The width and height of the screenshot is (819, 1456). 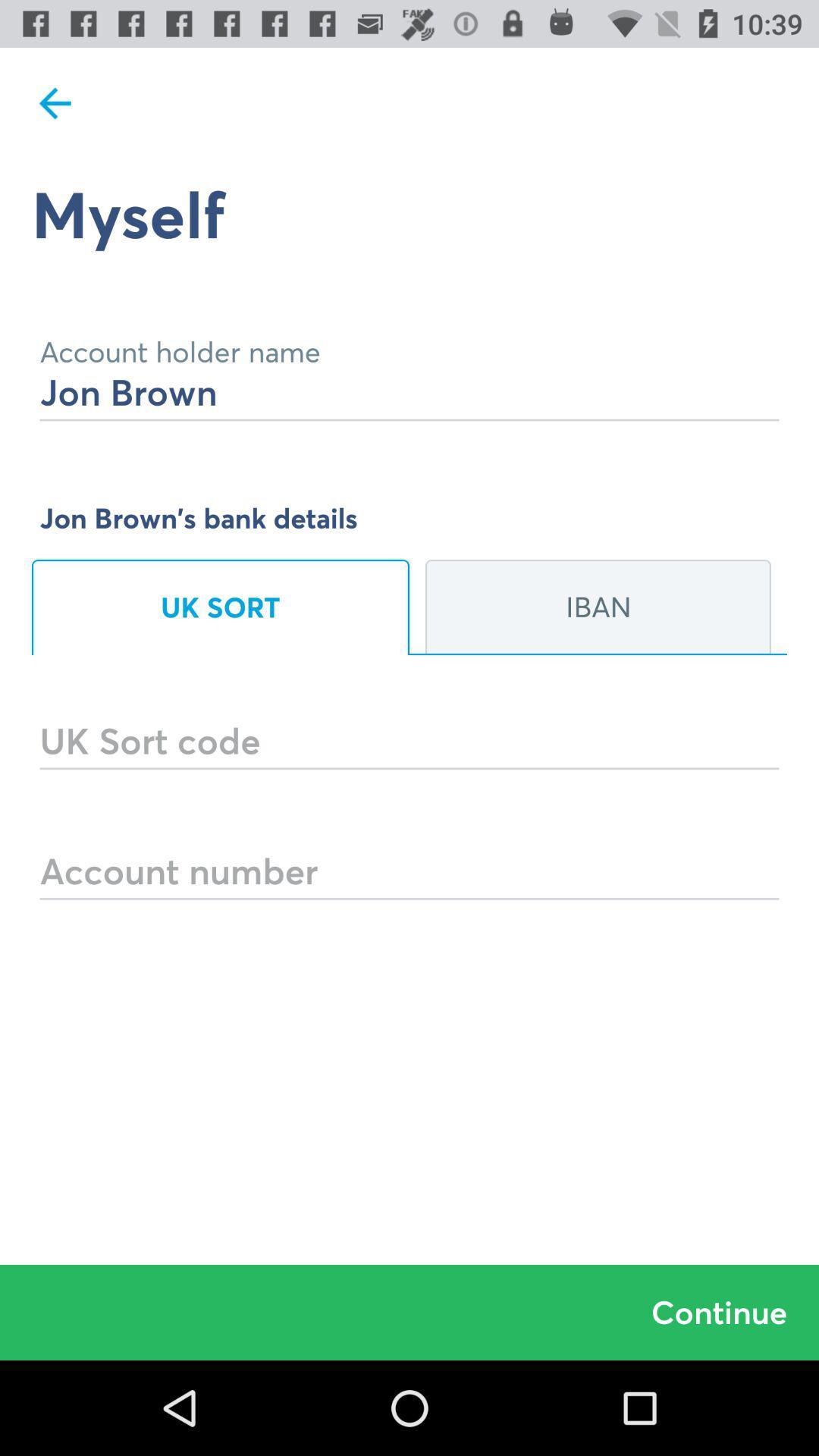 I want to click on uk sort on the left, so click(x=220, y=607).